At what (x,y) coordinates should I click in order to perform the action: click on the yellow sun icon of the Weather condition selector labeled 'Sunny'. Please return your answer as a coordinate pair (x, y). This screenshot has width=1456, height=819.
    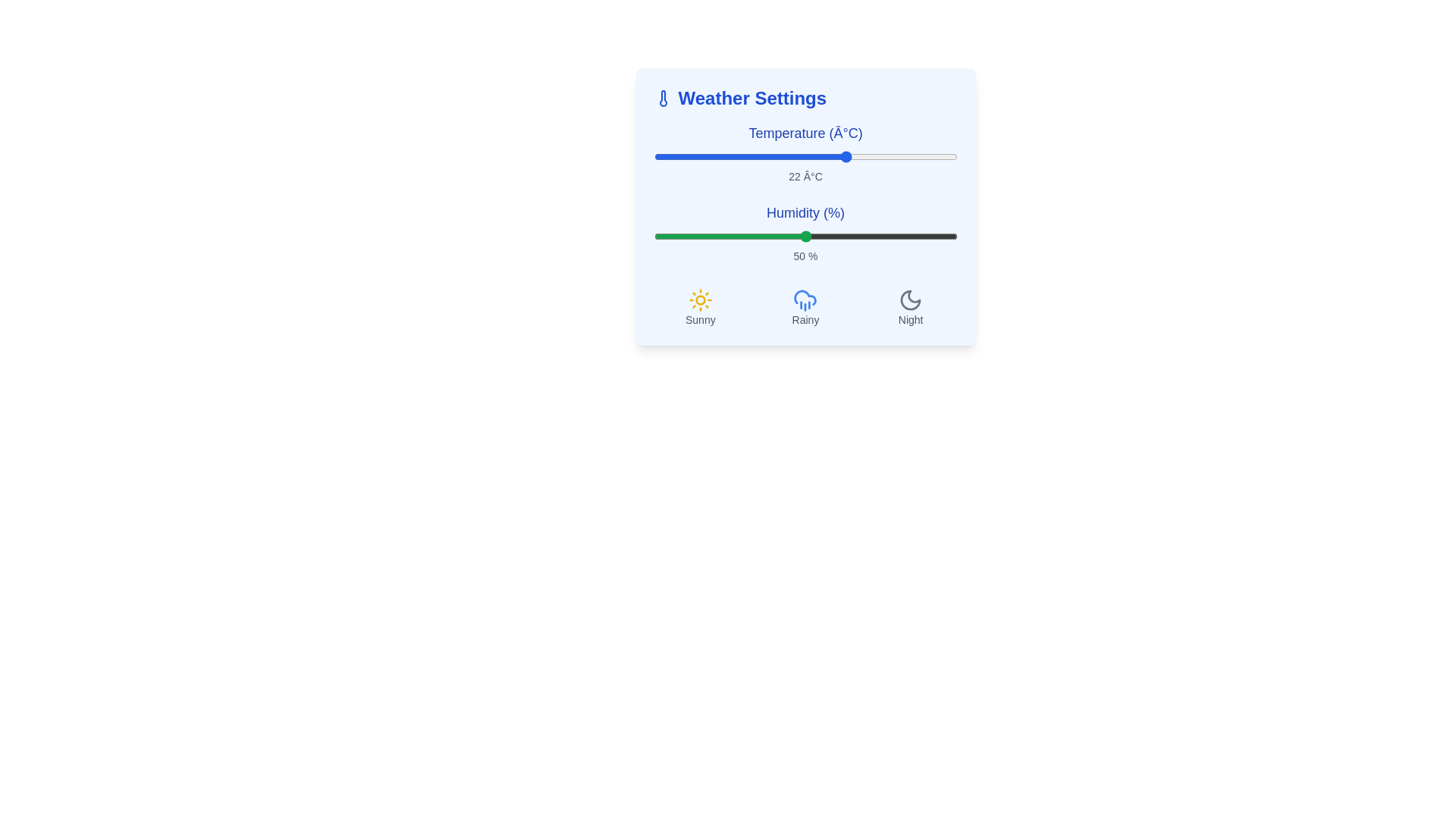
    Looking at the image, I should click on (699, 307).